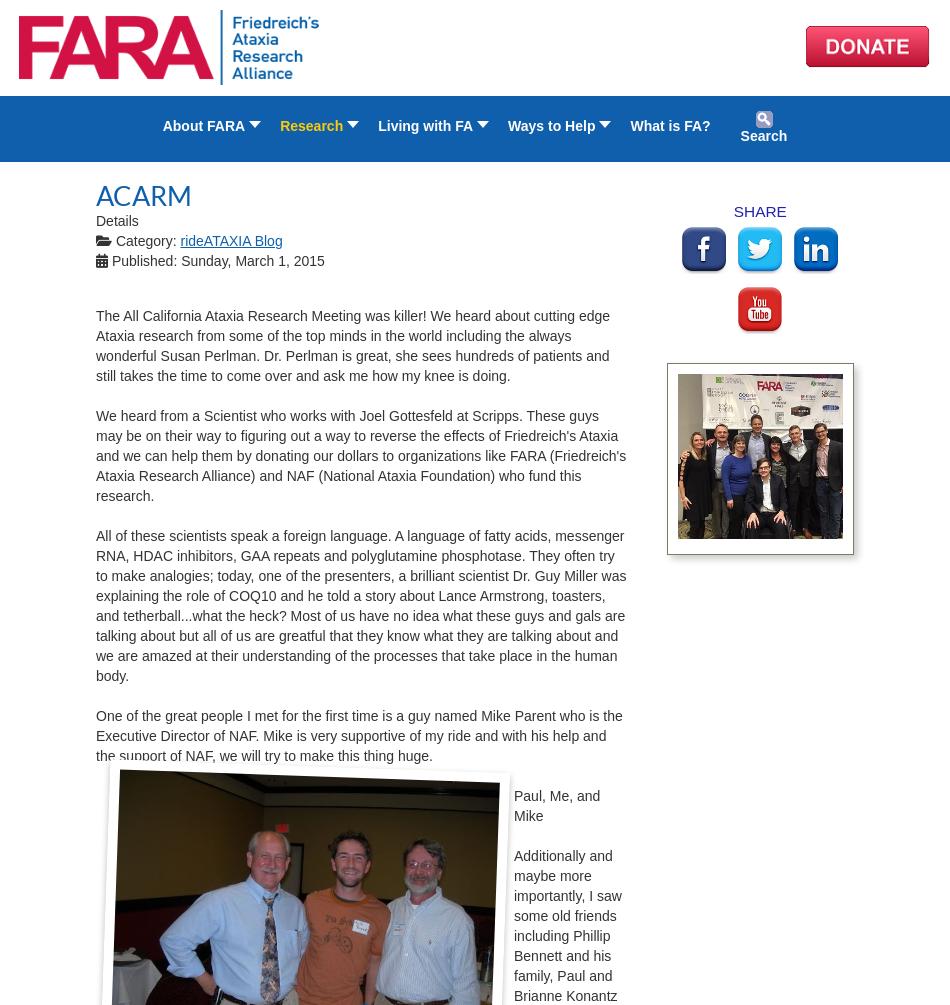 The width and height of the screenshot is (950, 1005). I want to click on 'Paul, Me, and Mike', so click(556, 806).